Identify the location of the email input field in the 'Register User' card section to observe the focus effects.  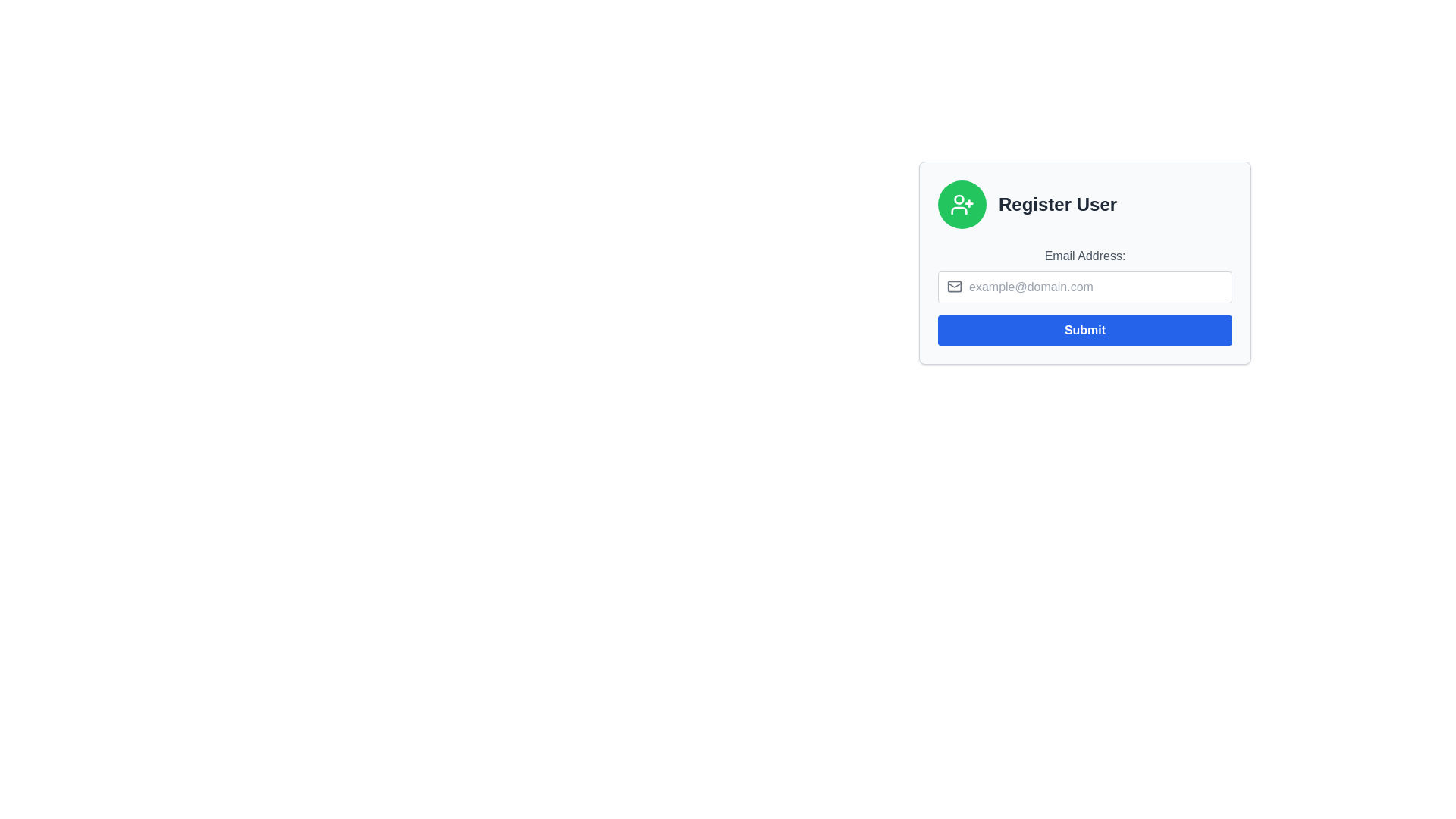
(1084, 296).